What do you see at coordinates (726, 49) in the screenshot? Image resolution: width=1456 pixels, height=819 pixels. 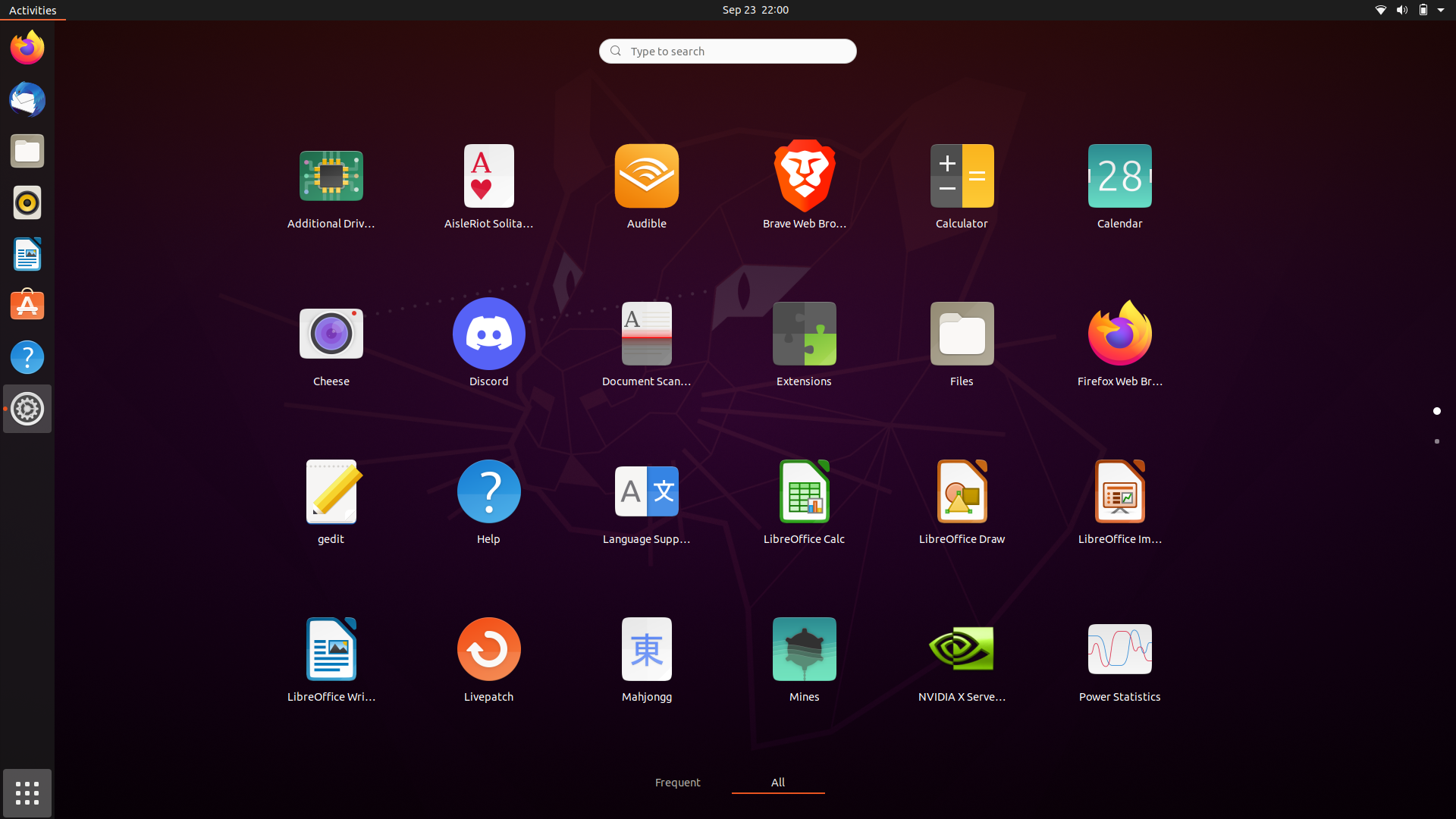 I see `search for "Google` at bounding box center [726, 49].